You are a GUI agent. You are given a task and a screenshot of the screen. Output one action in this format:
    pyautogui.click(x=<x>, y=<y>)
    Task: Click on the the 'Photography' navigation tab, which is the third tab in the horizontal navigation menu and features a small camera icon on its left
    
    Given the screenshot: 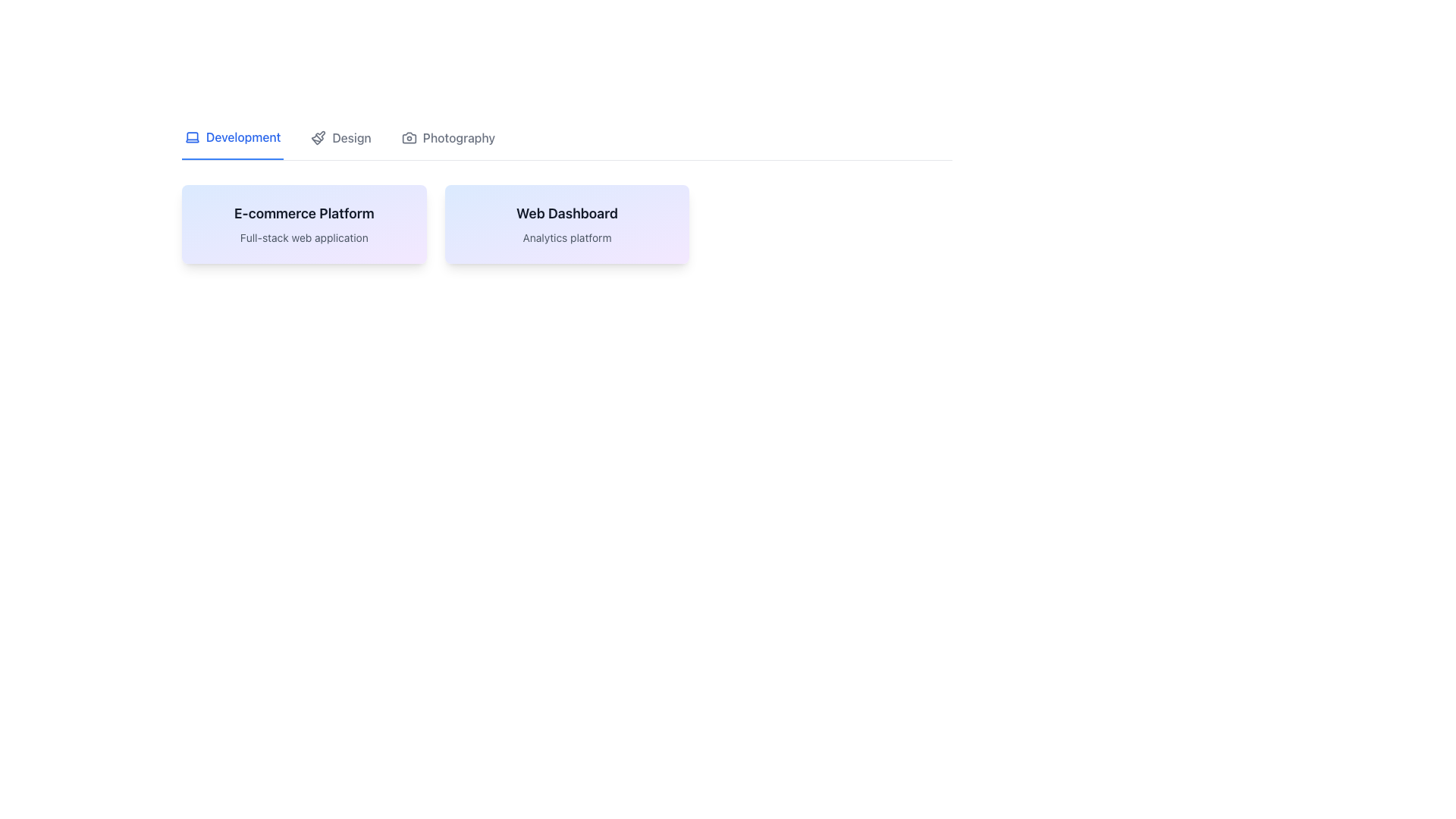 What is the action you would take?
    pyautogui.click(x=447, y=143)
    